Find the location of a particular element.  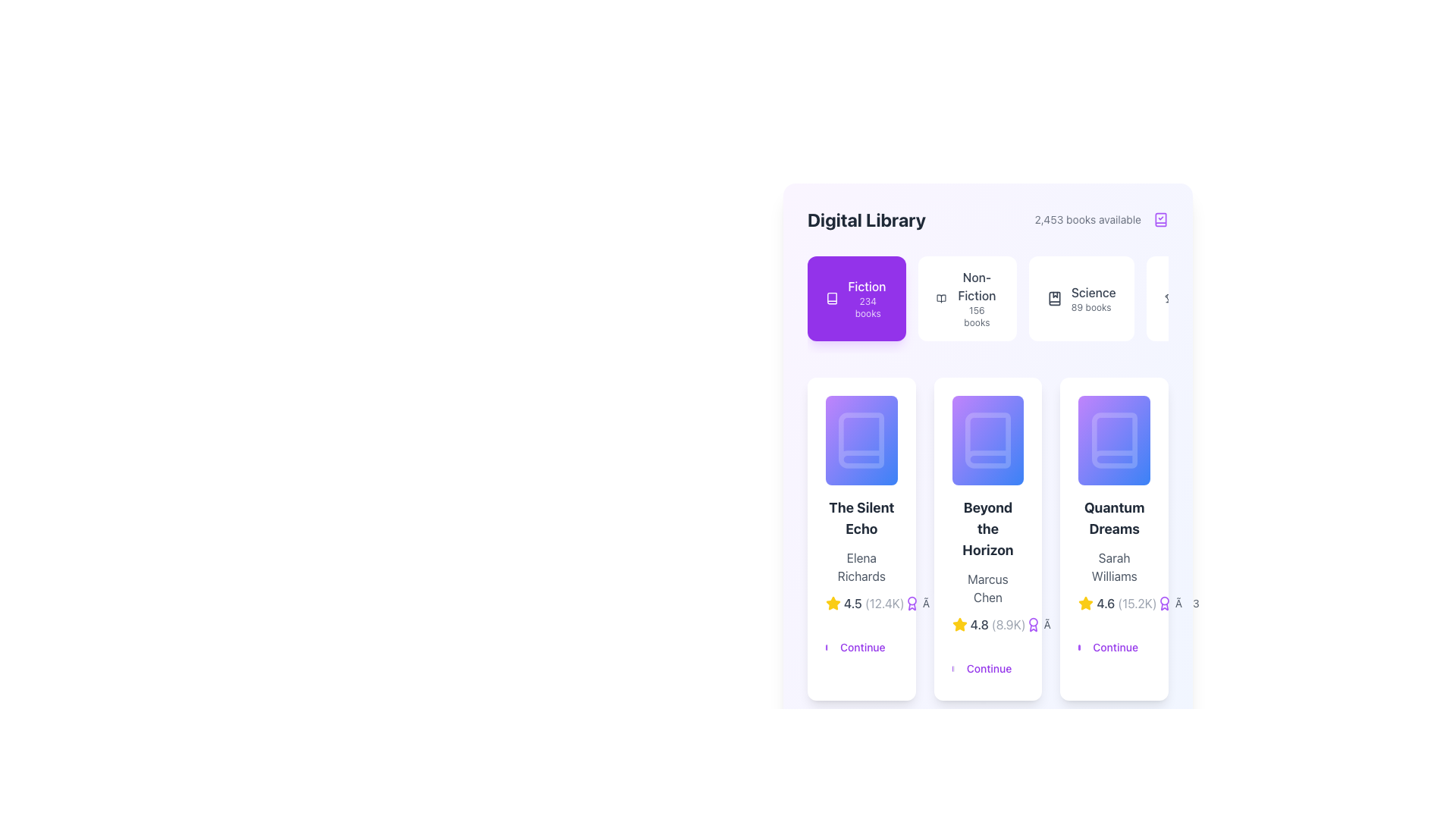

the 'Fiction' category title text label is located at coordinates (867, 287).